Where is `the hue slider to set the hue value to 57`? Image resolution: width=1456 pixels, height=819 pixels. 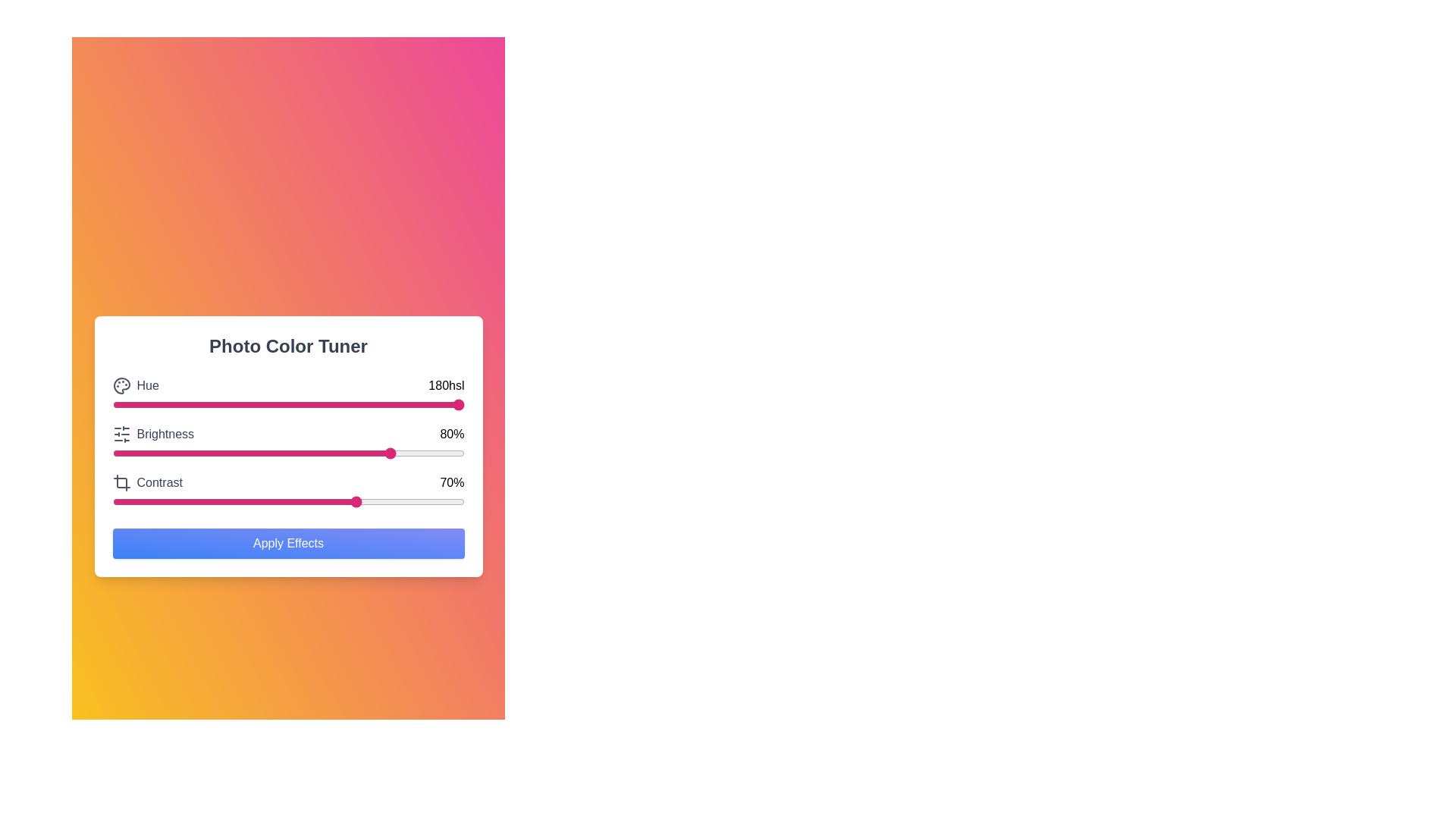
the hue slider to set the hue value to 57 is located at coordinates (312, 403).